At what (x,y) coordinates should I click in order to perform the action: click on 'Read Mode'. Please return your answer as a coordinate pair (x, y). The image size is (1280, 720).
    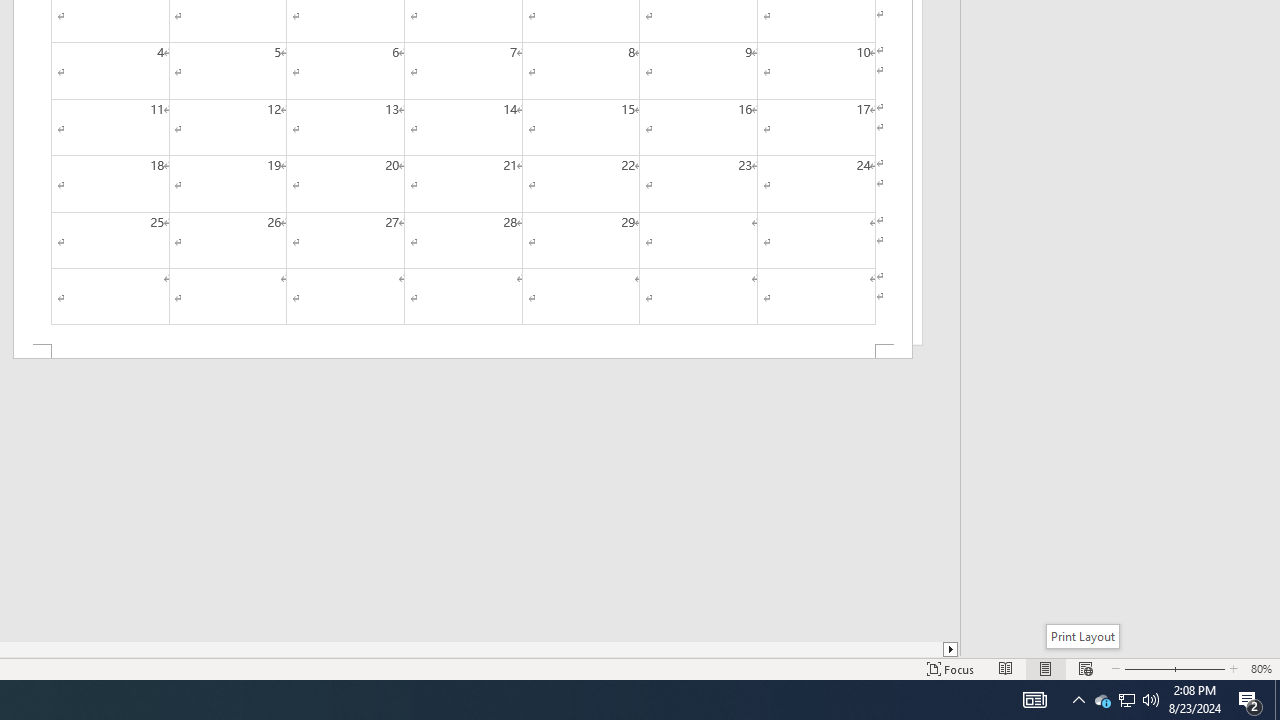
    Looking at the image, I should click on (1006, 669).